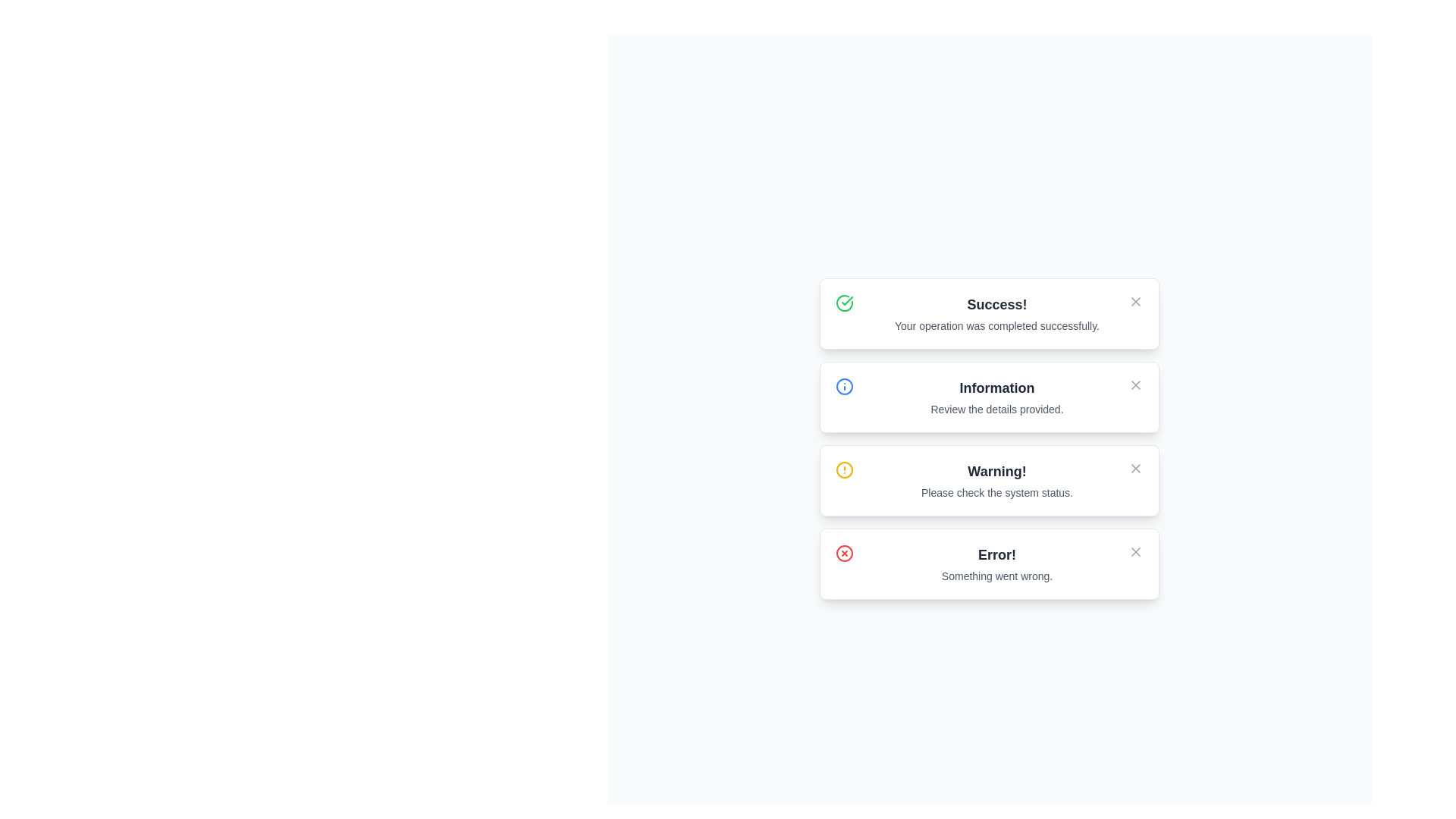 Image resolution: width=1456 pixels, height=819 pixels. Describe the element at coordinates (843, 553) in the screenshot. I see `the red circular icon with a cross symbol inside, located at the bottom-right corner of the 'Error!' card` at that location.